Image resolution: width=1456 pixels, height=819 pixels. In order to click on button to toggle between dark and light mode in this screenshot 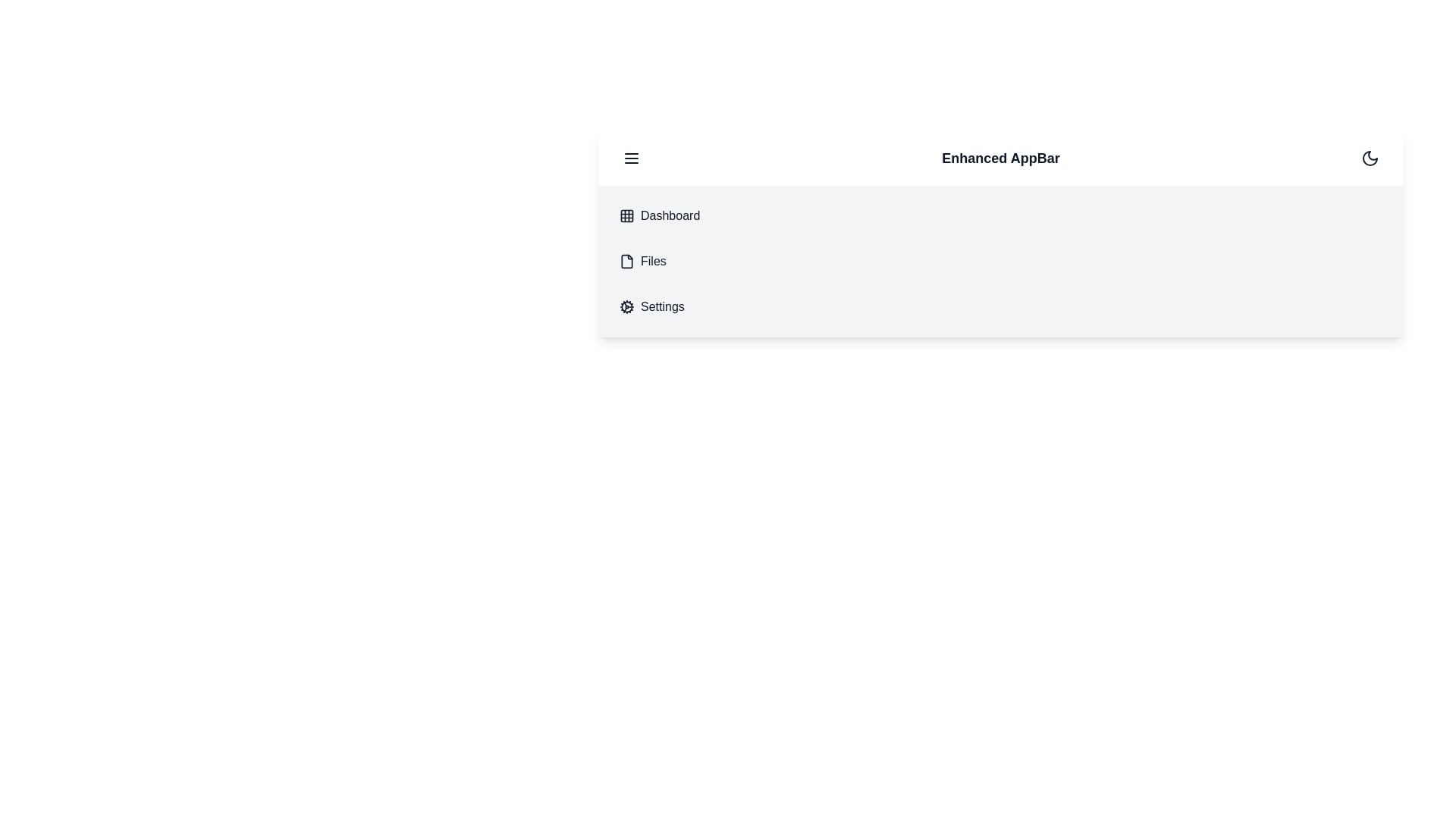, I will do `click(1369, 158)`.